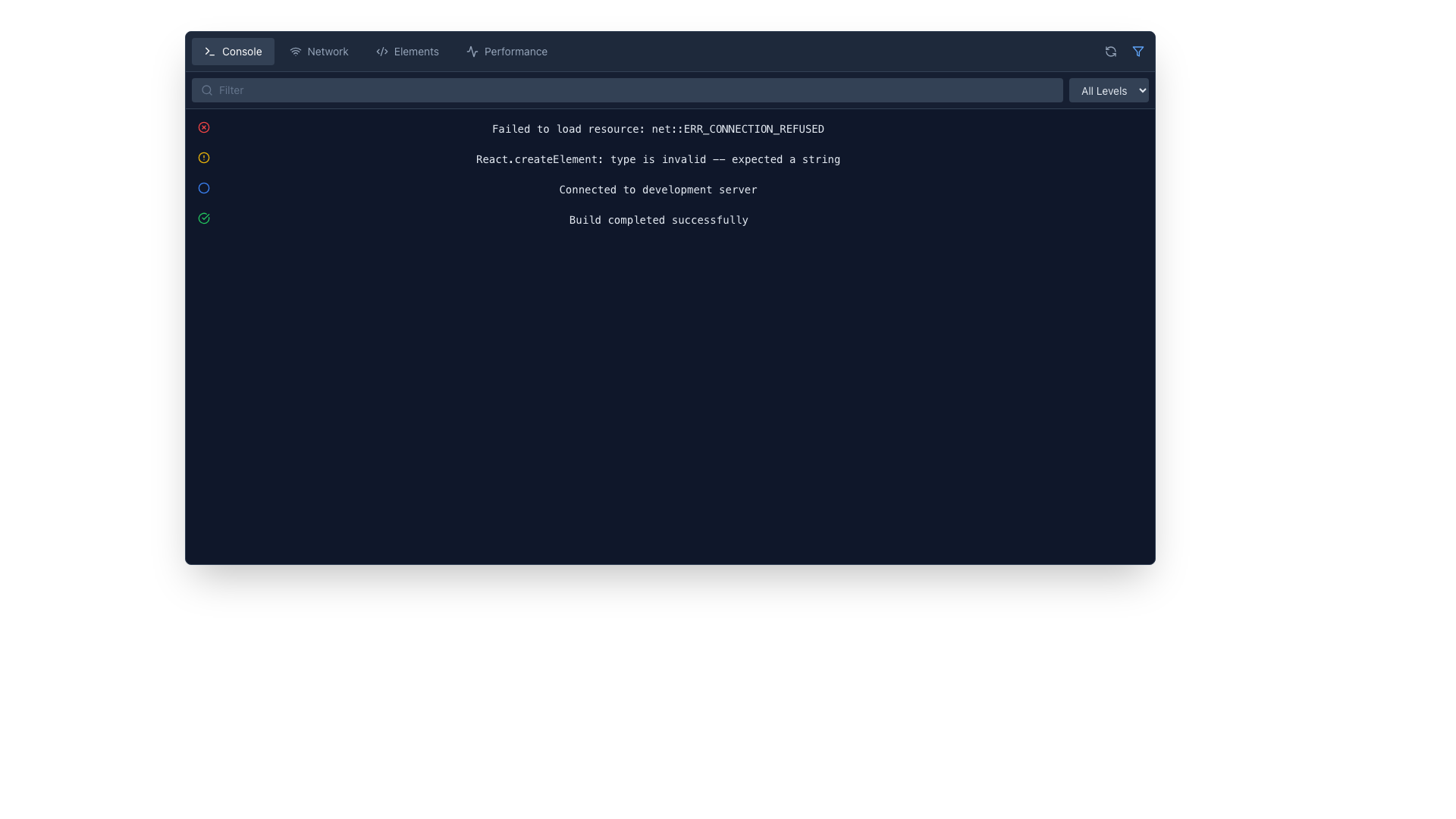 The height and width of the screenshot is (819, 1456). I want to click on the 'Console' tab in the navigation bar, so click(669, 51).